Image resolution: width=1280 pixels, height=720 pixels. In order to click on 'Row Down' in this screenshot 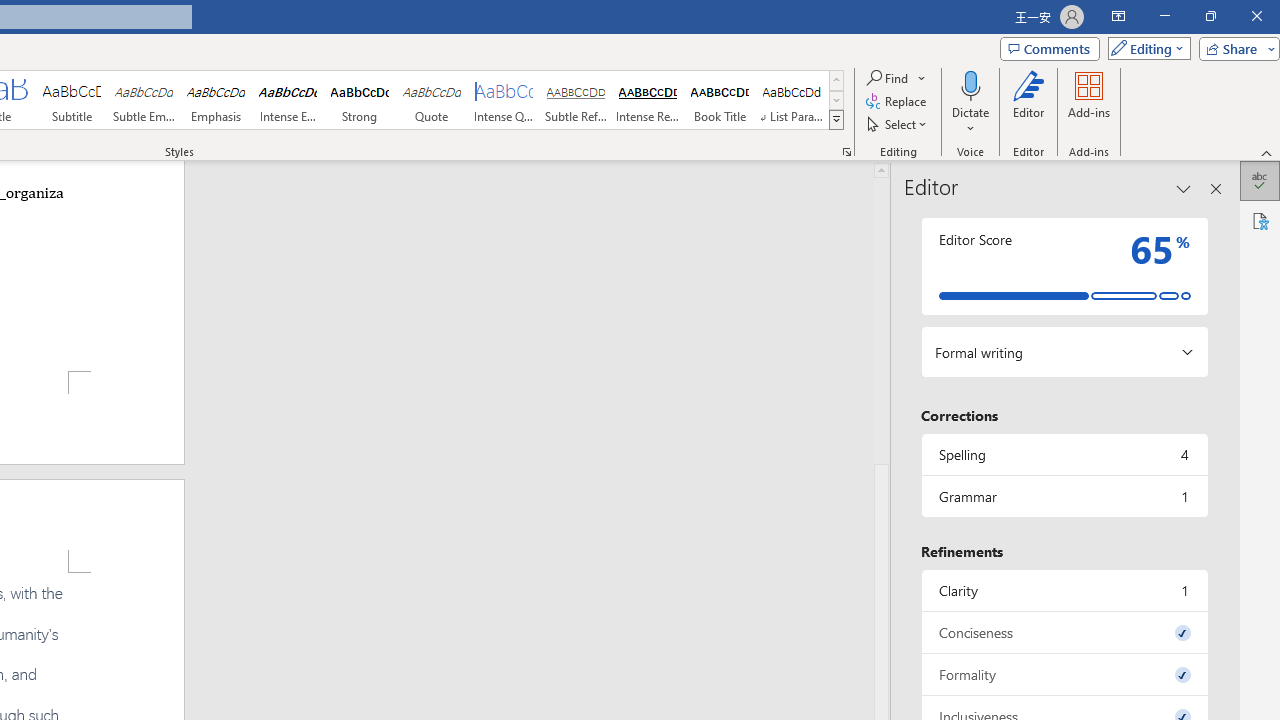, I will do `click(836, 100)`.